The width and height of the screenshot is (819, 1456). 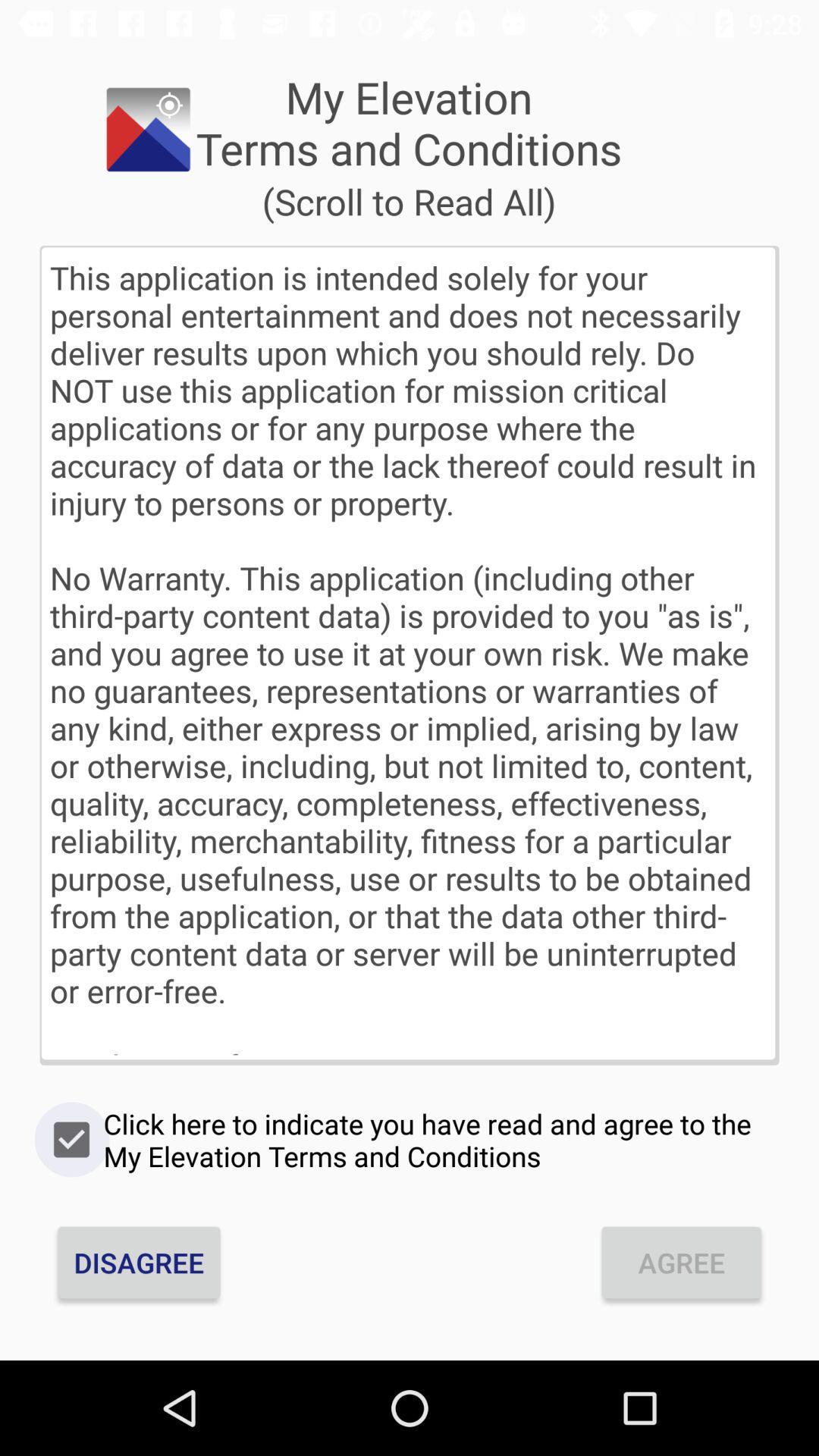 What do you see at coordinates (409, 1140) in the screenshot?
I see `the item below the this application is` at bounding box center [409, 1140].